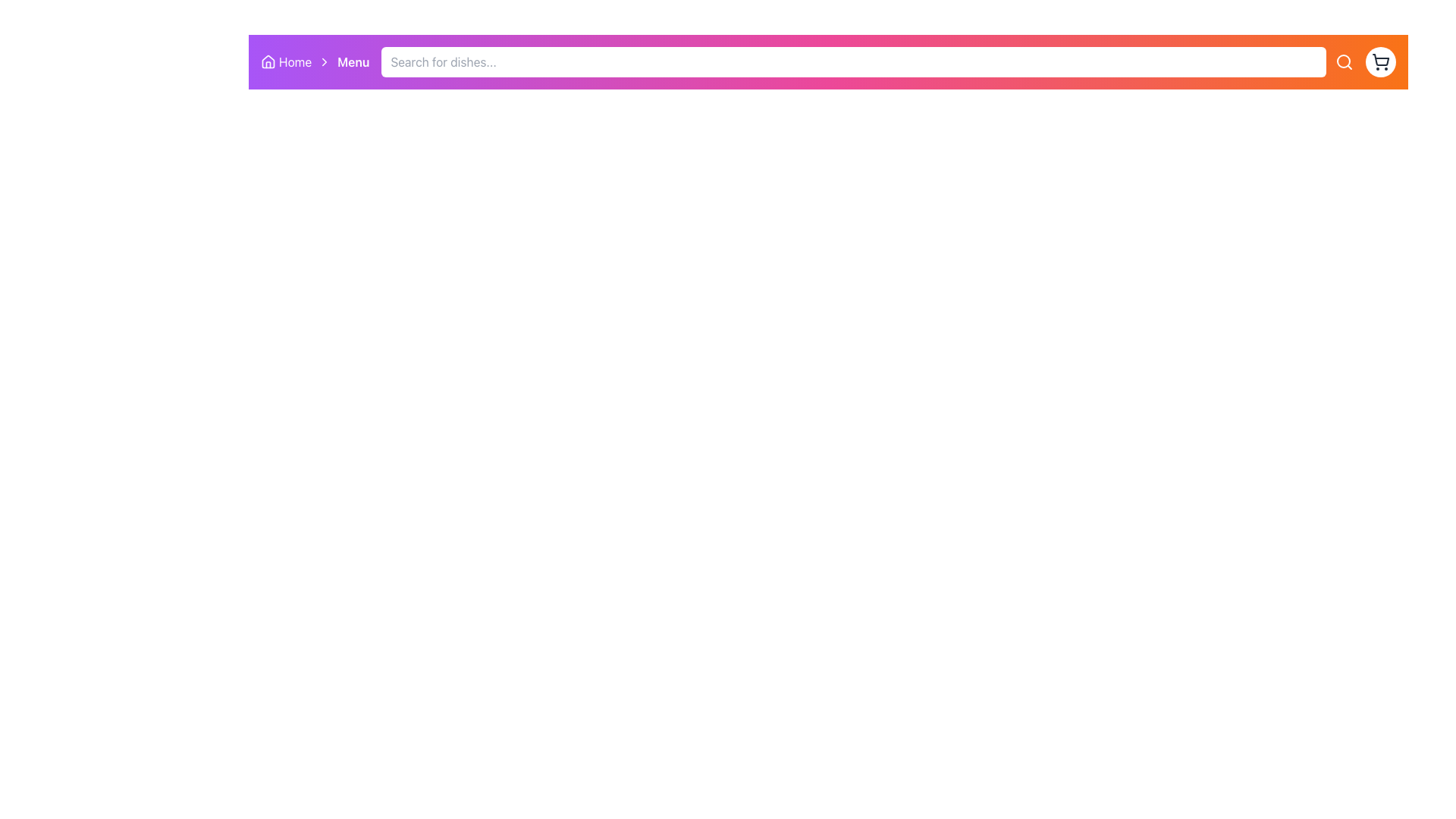  I want to click on the 'Home' text label, which is styled with white text on a purple background and located on the left side of the navigation bar, so click(295, 61).